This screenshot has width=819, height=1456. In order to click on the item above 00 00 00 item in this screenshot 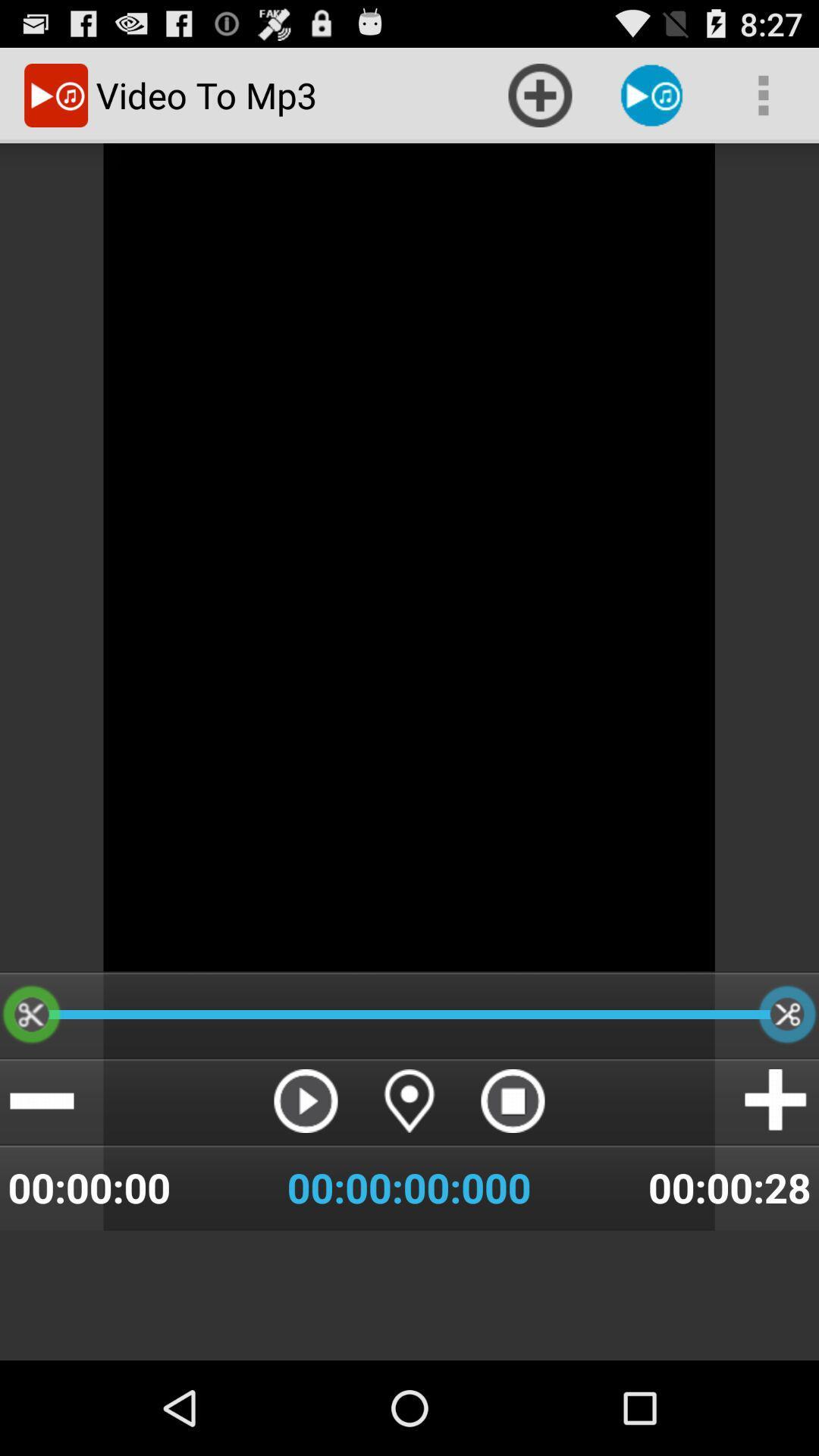, I will do `click(306, 1100)`.